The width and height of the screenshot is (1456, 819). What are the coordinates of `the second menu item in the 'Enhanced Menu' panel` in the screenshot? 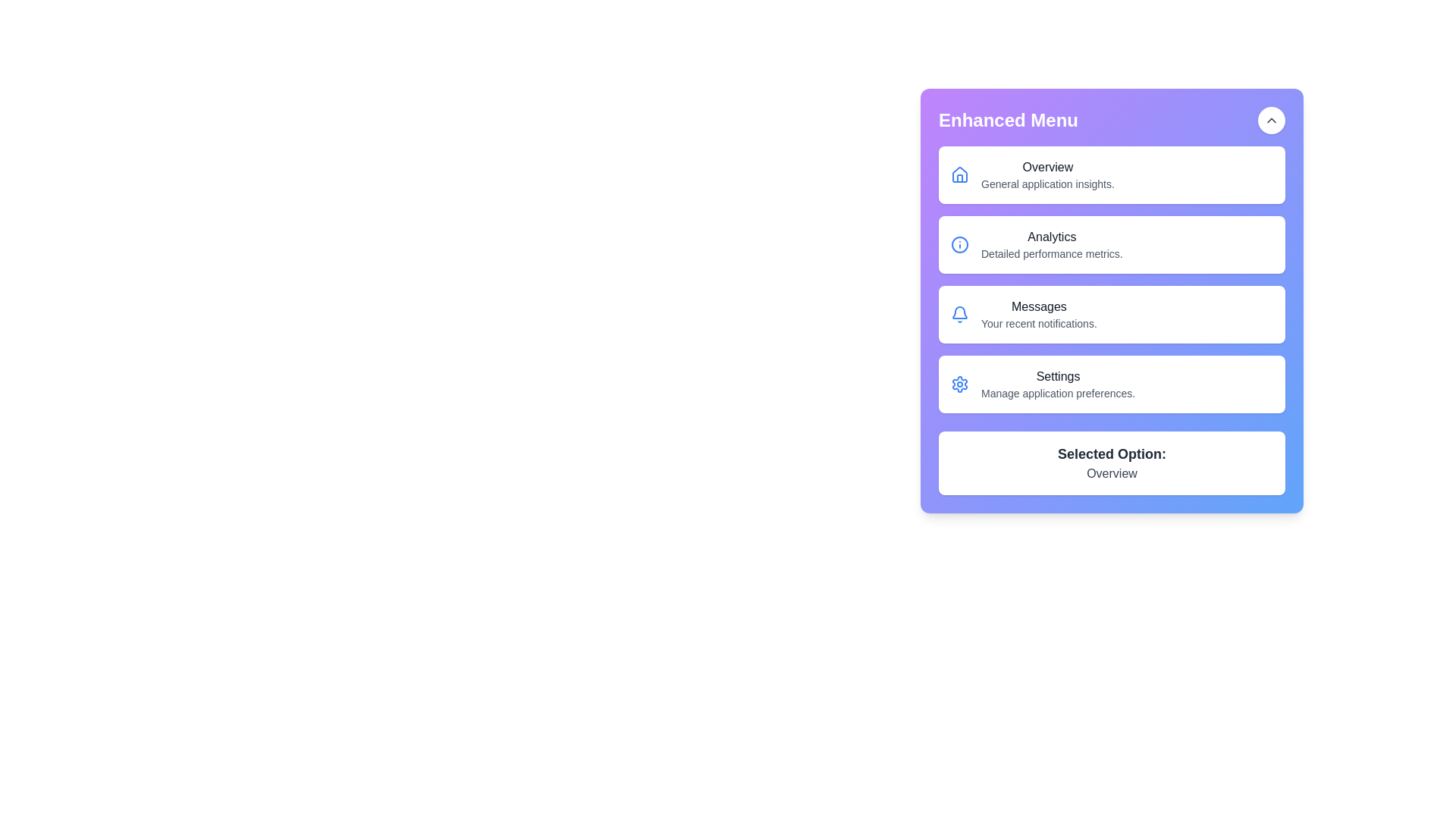 It's located at (1051, 244).